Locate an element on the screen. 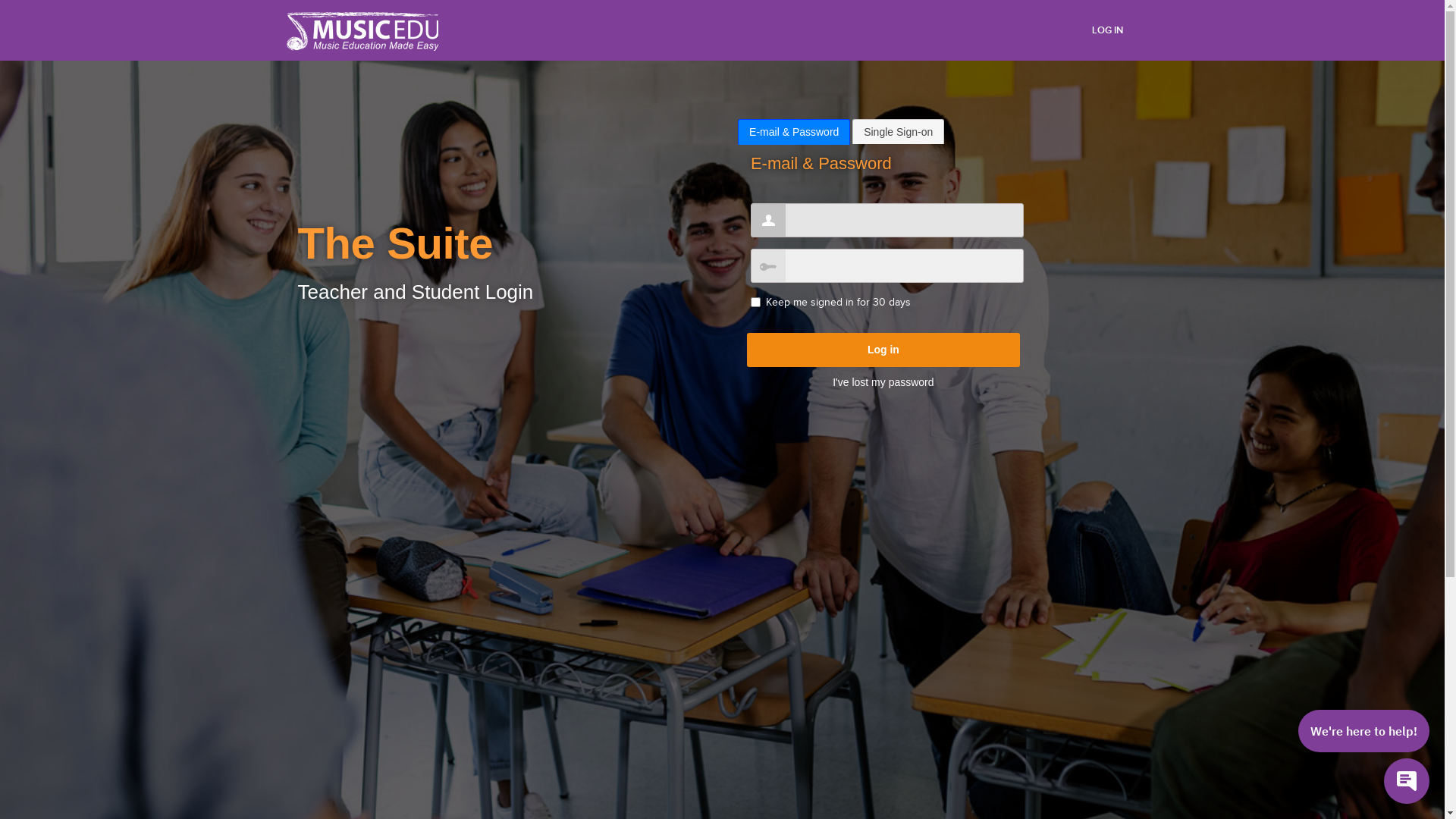  'I've lost my password' is located at coordinates (883, 381).